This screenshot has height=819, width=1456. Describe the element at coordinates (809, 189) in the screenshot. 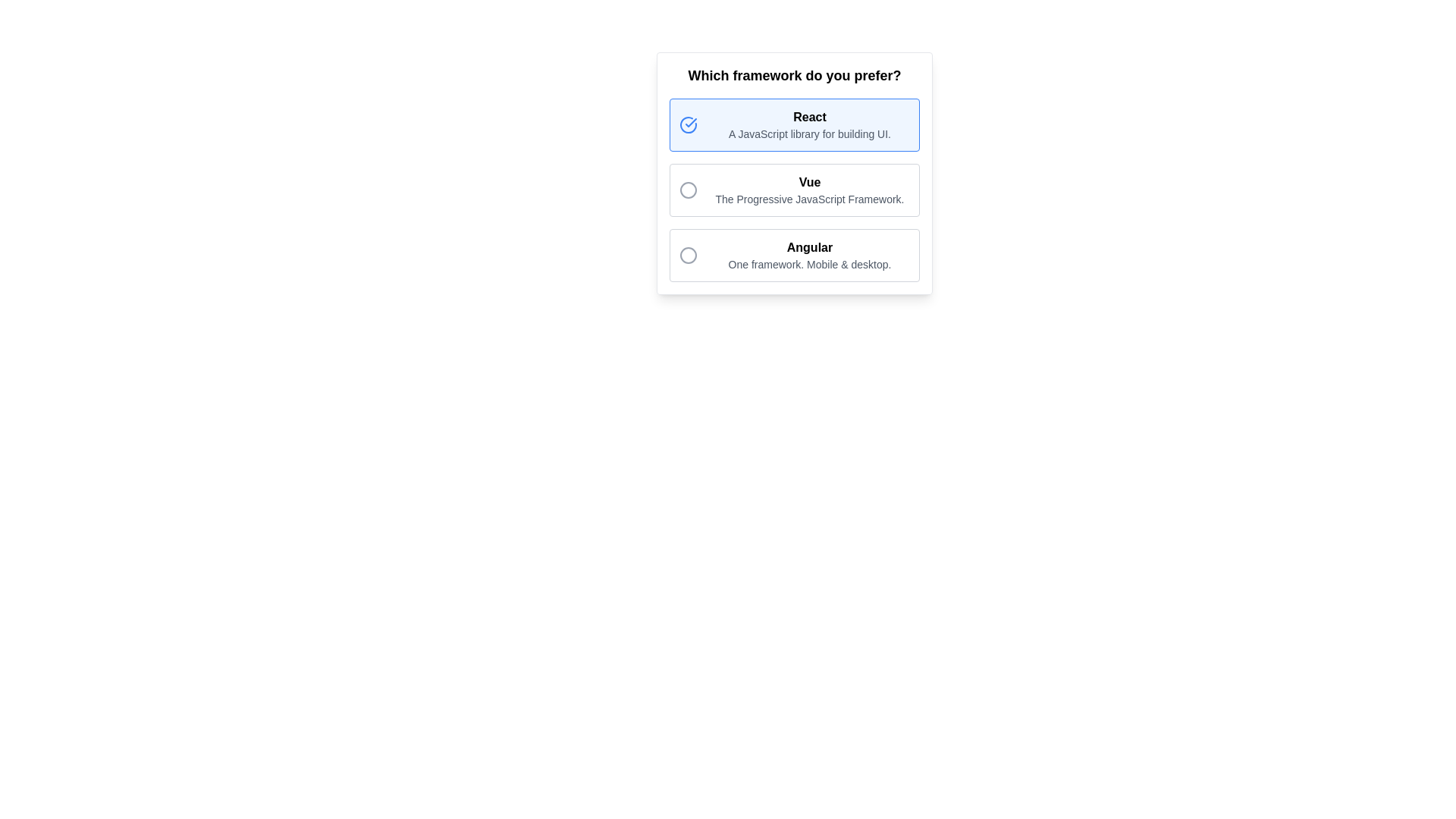

I see `the middle text-based selectable option for the Vue JavaScript framework in the survey form` at that location.